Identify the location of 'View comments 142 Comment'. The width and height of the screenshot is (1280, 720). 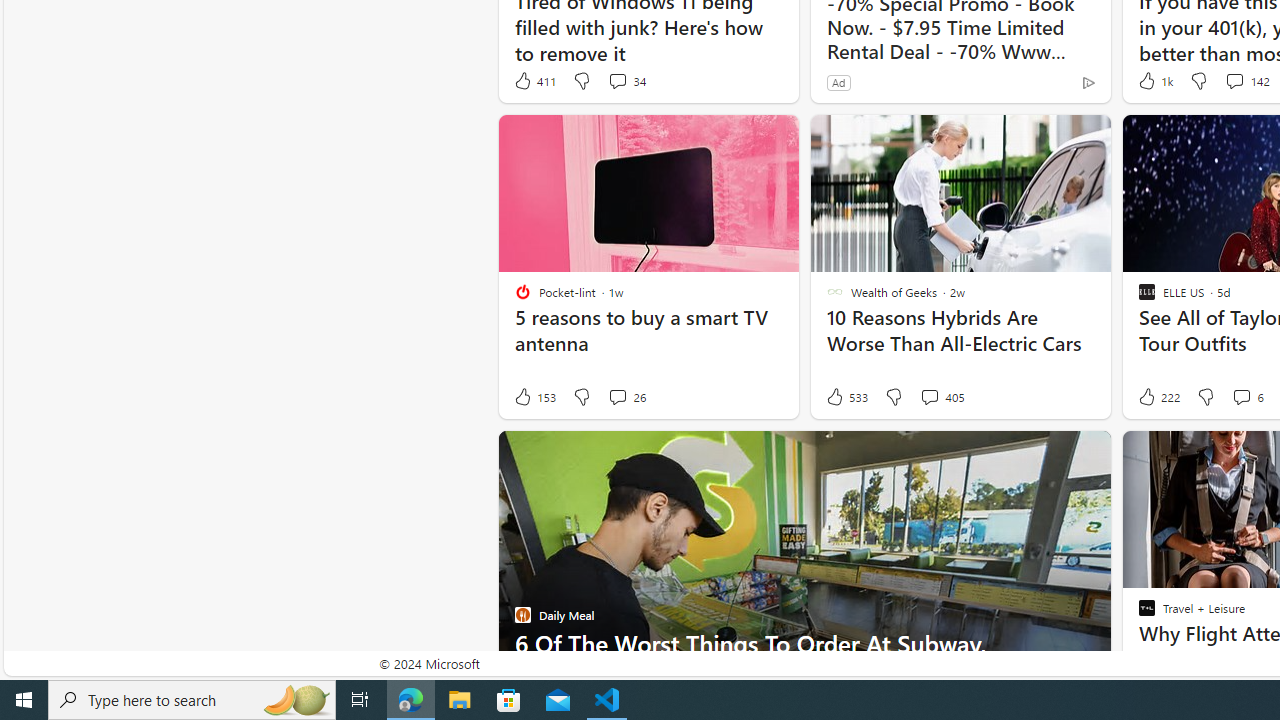
(1233, 80).